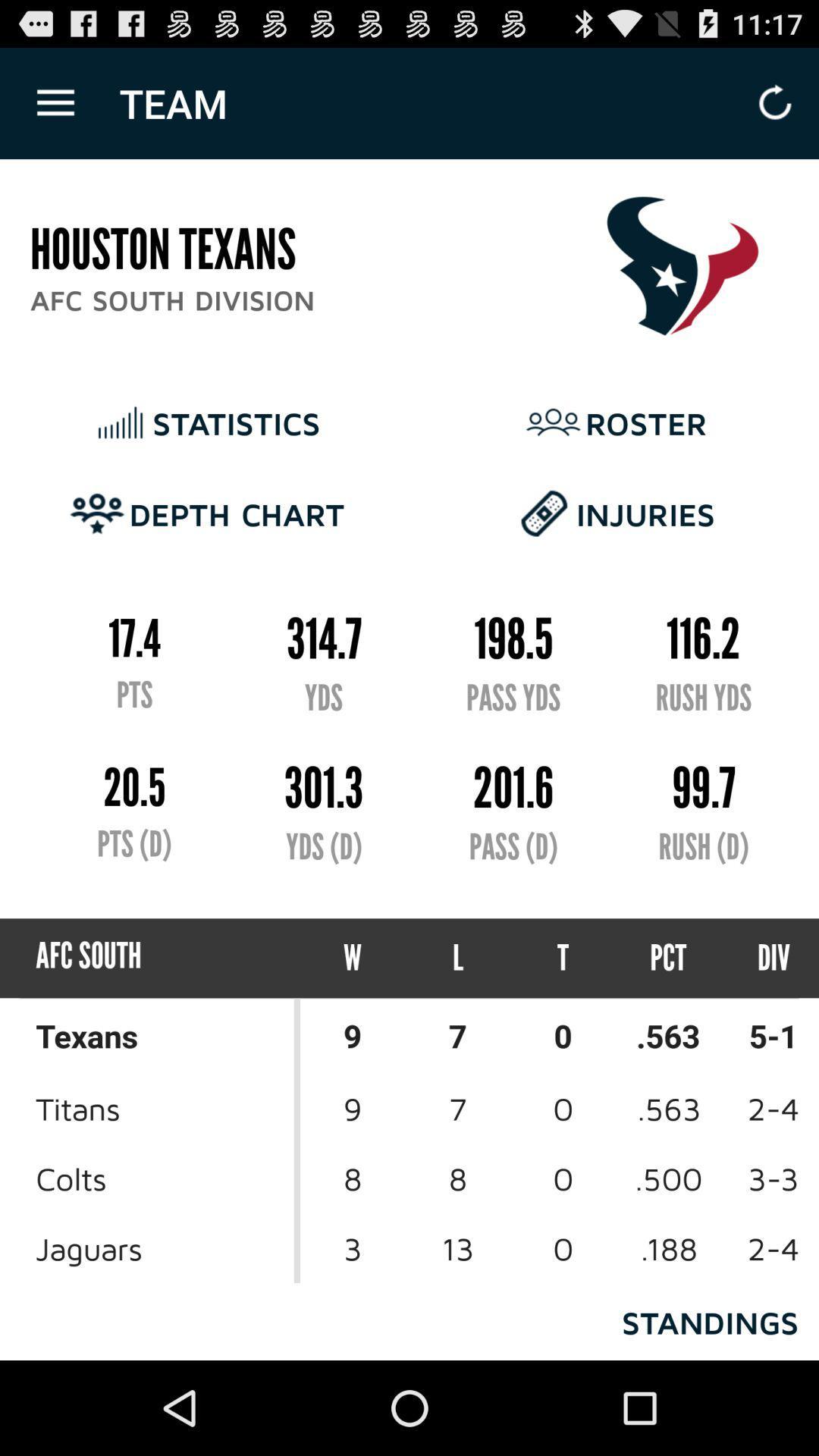 The image size is (819, 1456). I want to click on the app next to the team icon, so click(55, 102).